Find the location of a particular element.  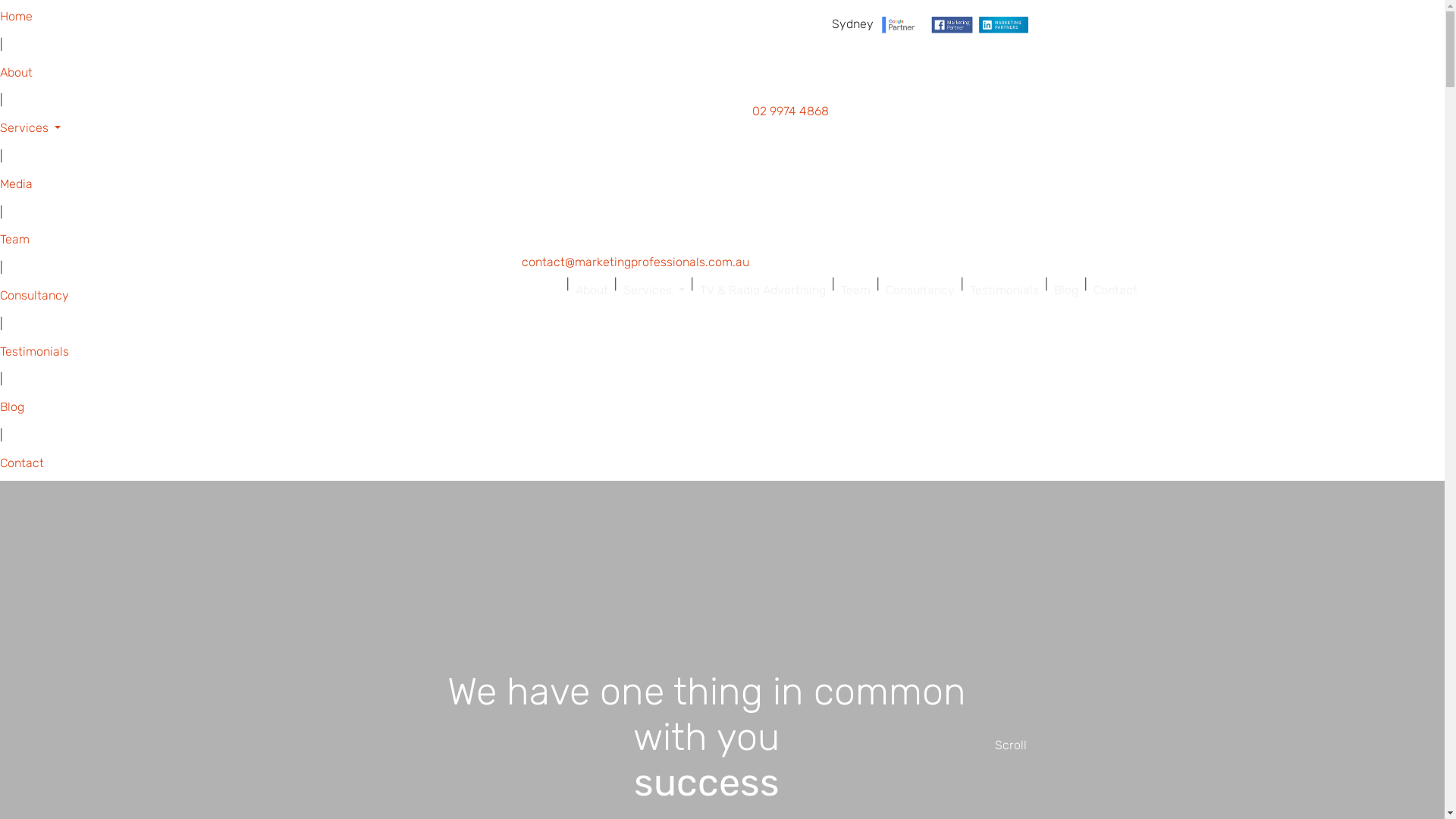

'Team' is located at coordinates (855, 290).